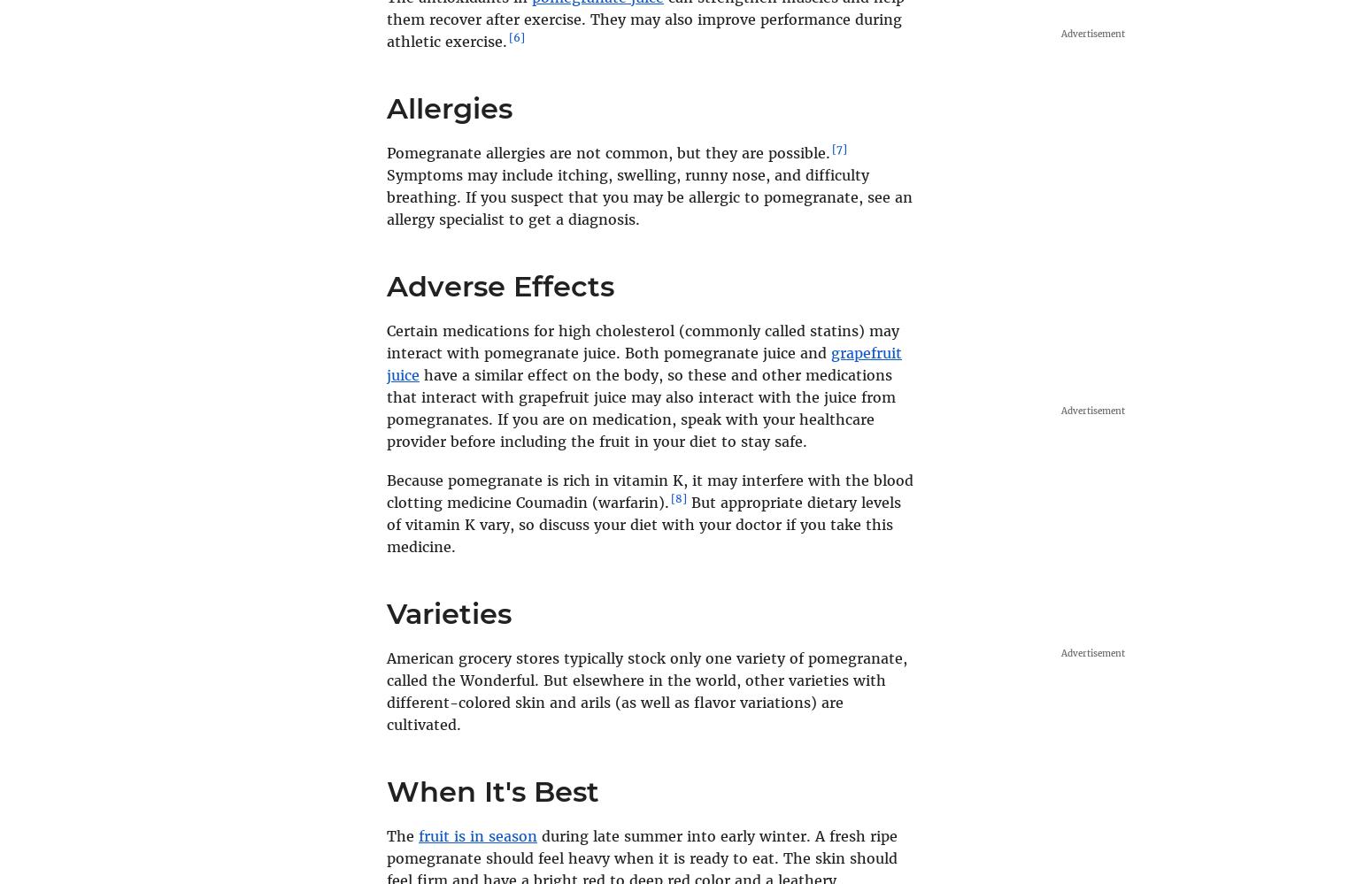 The image size is (1372, 884). Describe the element at coordinates (493, 790) in the screenshot. I see `'When It's Best'` at that location.